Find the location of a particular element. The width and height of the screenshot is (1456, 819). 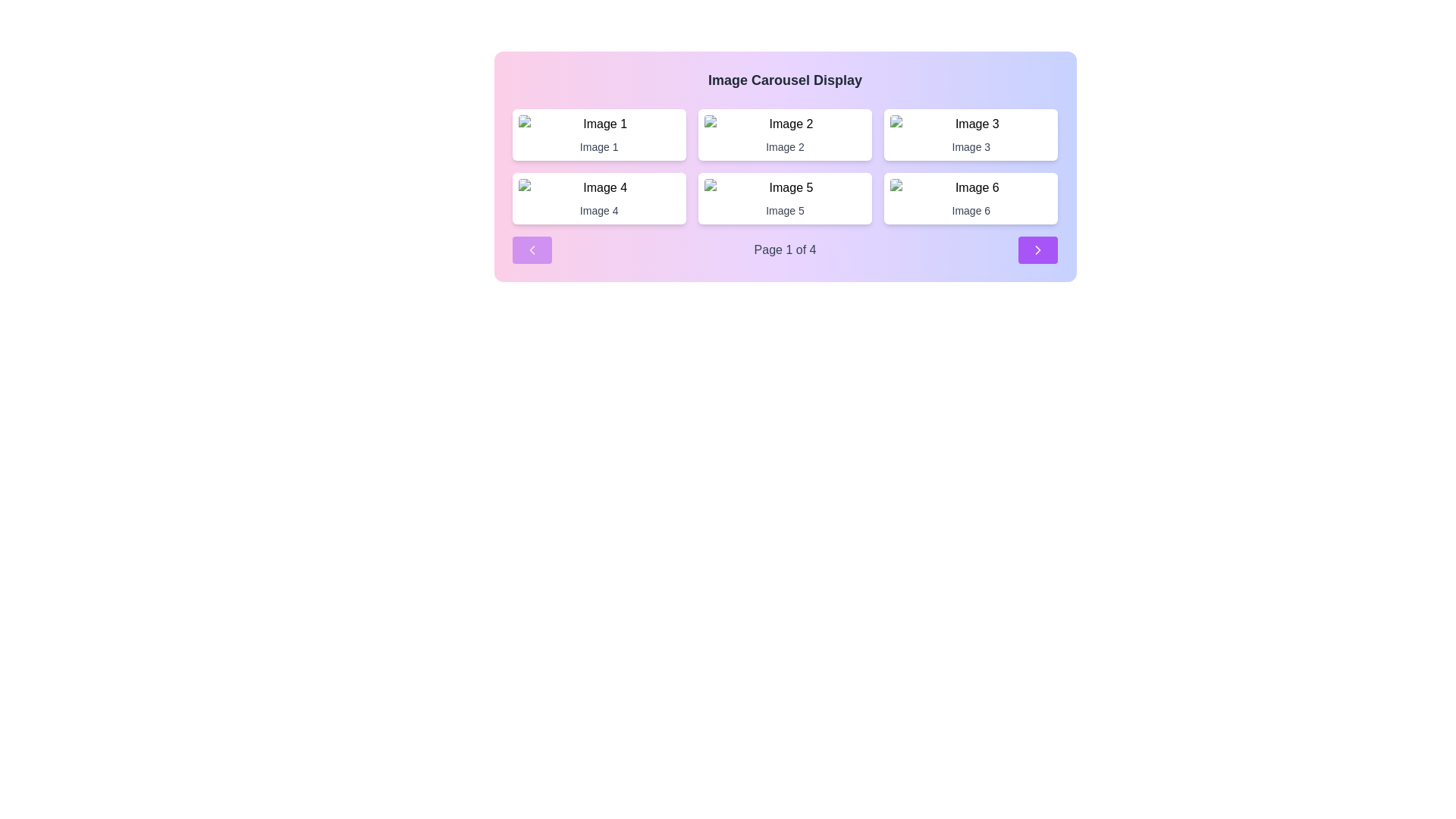

the text label indicating the current page number in the image carousel's navigation bar is located at coordinates (785, 249).